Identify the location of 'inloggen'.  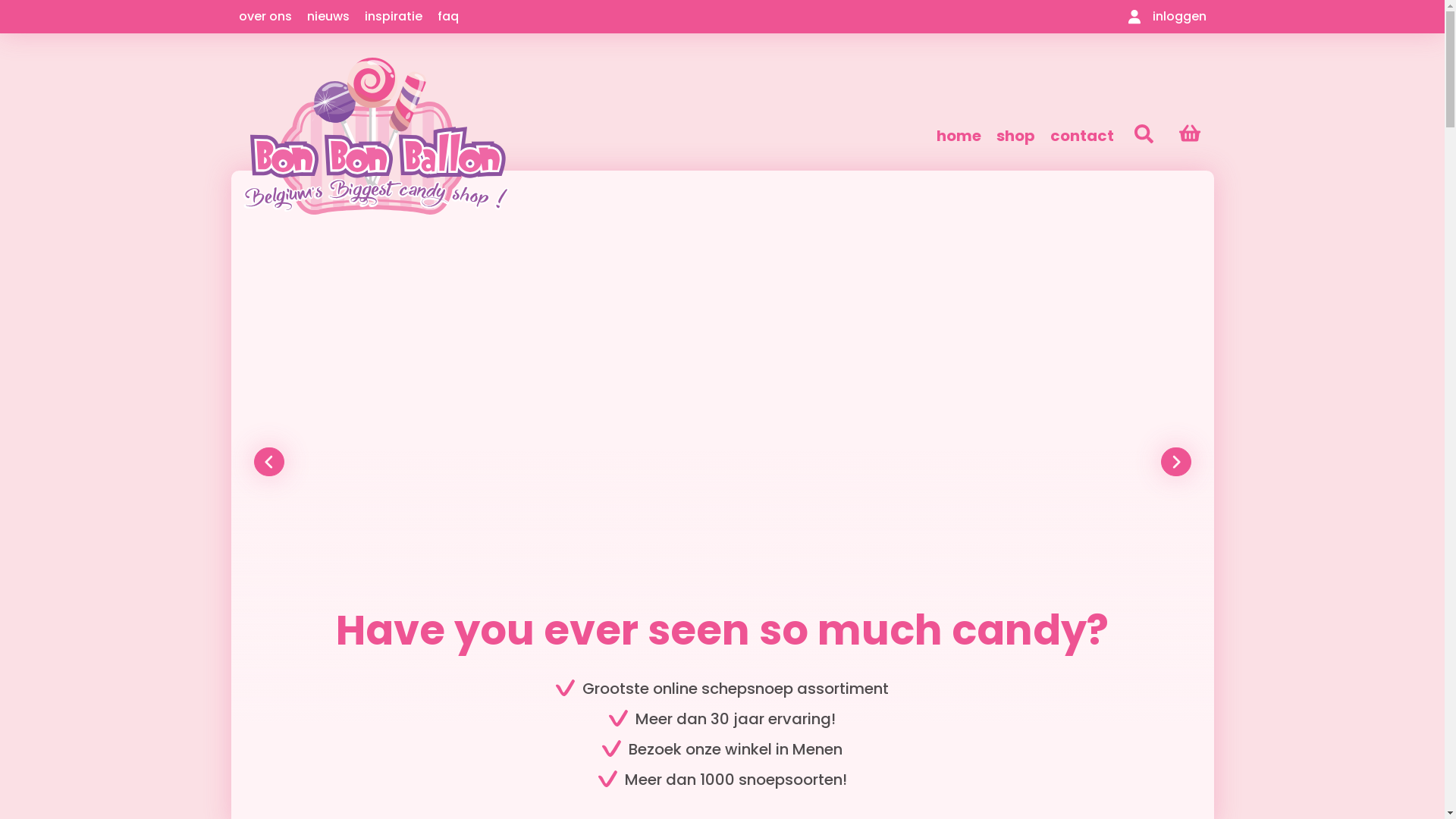
(1121, 17).